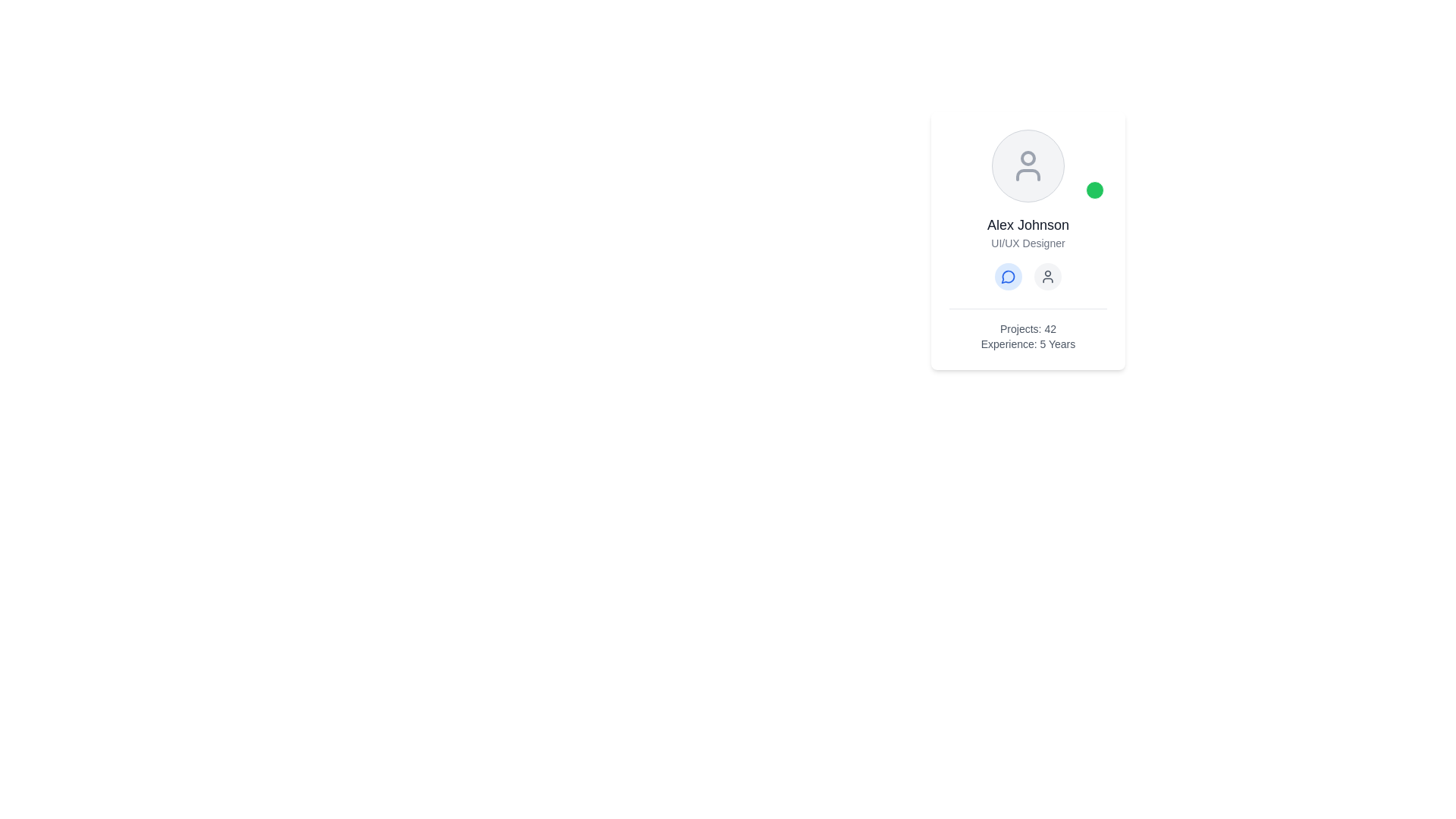 The image size is (1456, 819). I want to click on the text label displaying 'UI/UX Designer' which is styled as a secondary descriptor located beneath 'Alex Johnson', so click(1028, 242).